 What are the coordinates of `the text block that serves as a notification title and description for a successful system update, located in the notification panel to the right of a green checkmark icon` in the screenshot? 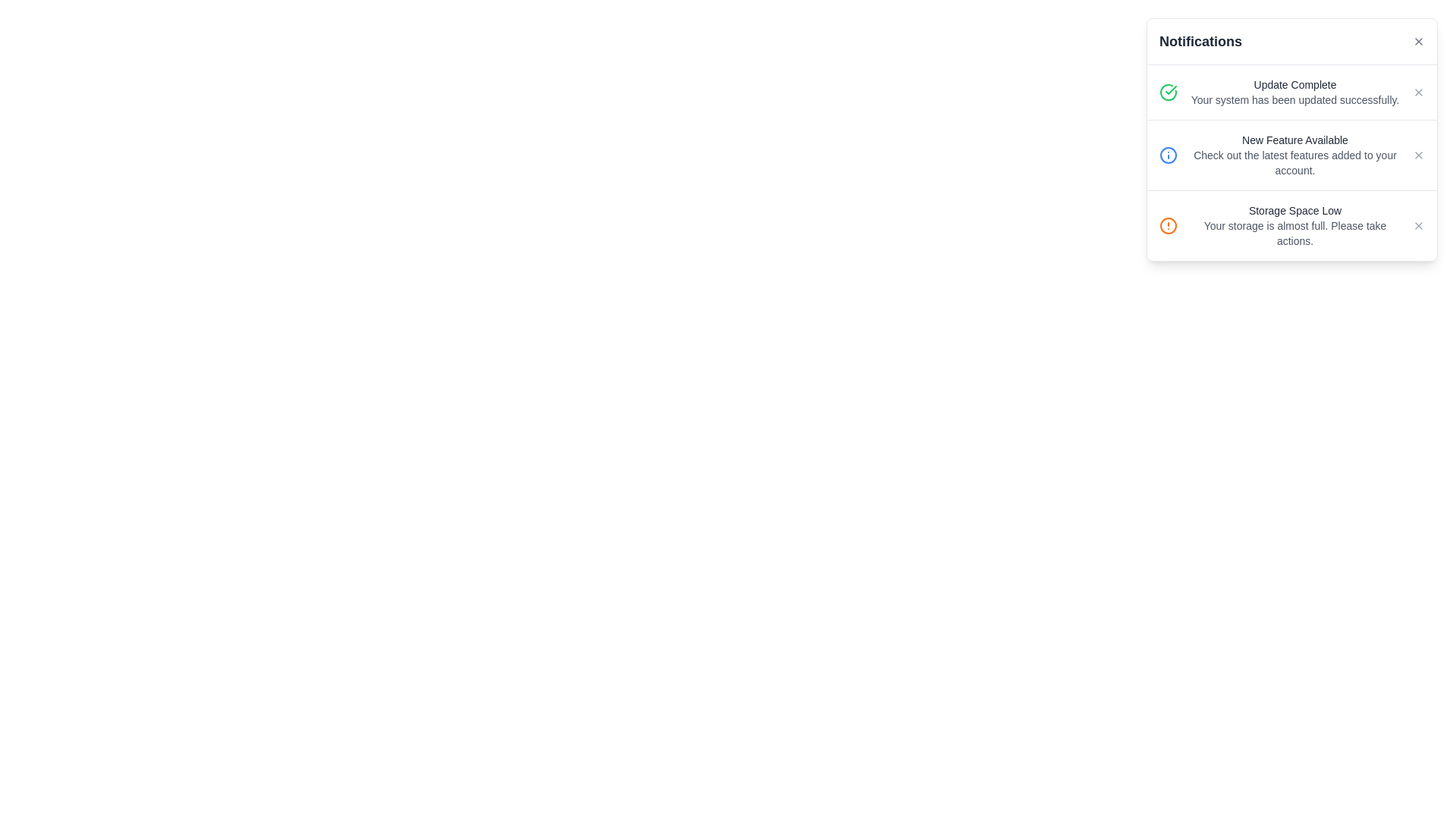 It's located at (1294, 93).